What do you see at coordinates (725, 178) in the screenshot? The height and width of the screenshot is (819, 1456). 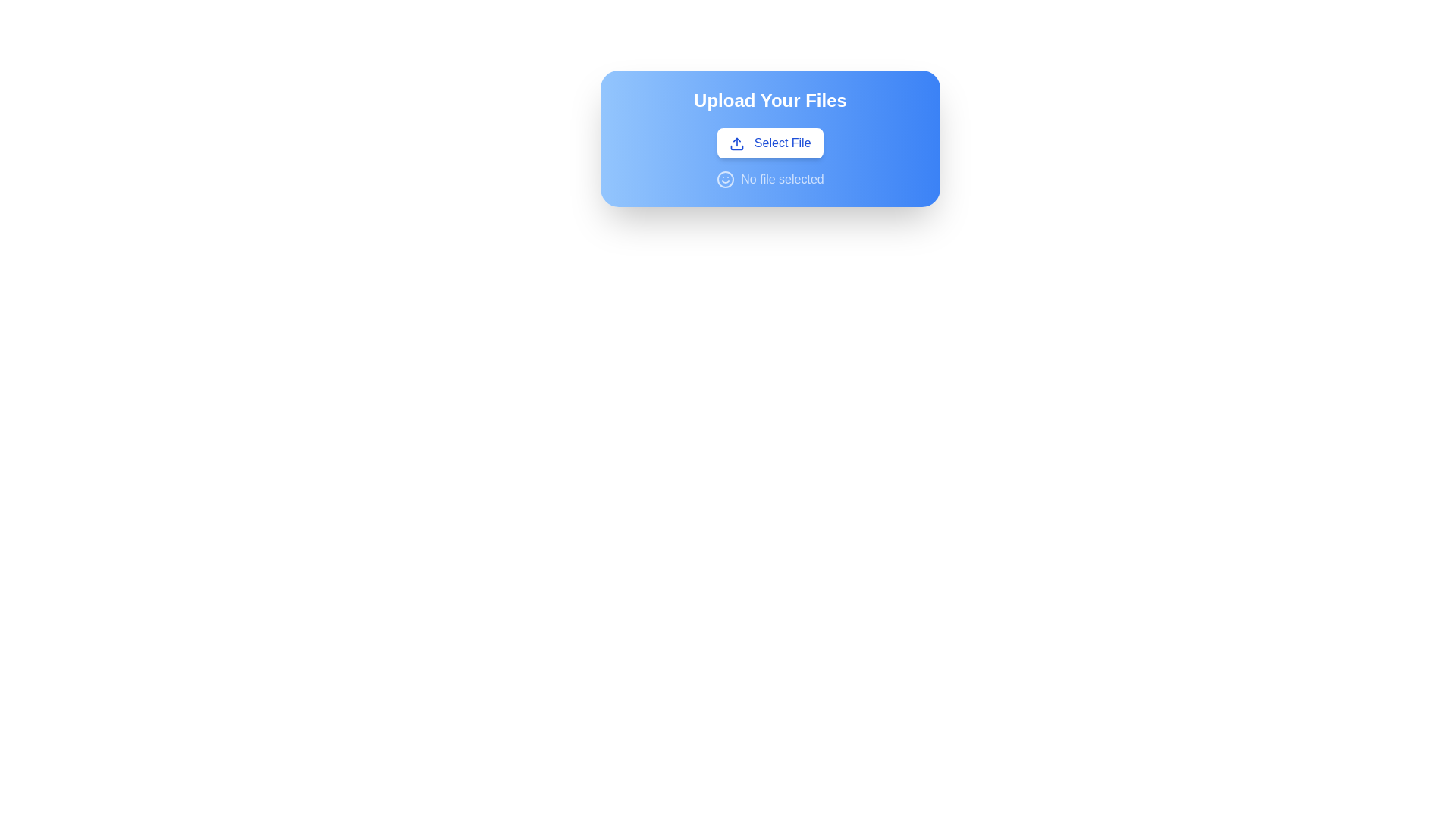 I see `the smiley face icon located to the left of the text 'No file selected' in the file upload section with a blue gradient background` at bounding box center [725, 178].